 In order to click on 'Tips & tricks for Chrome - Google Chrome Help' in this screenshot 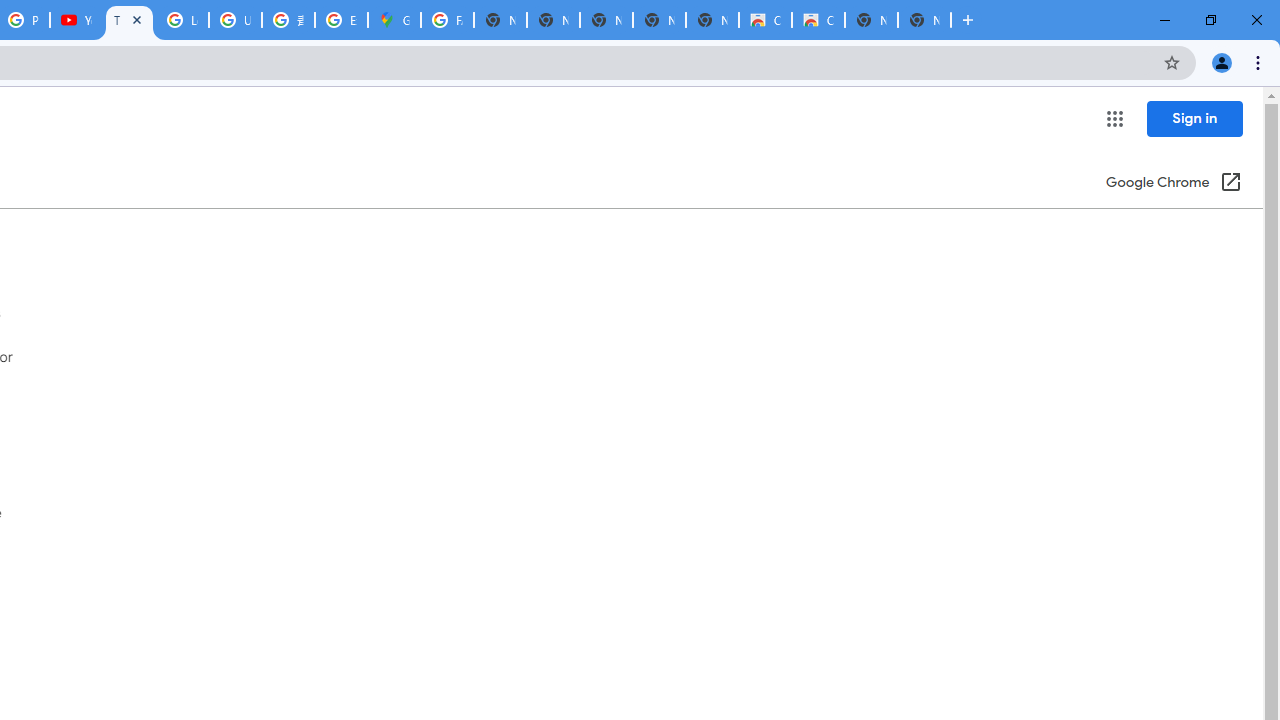, I will do `click(128, 20)`.